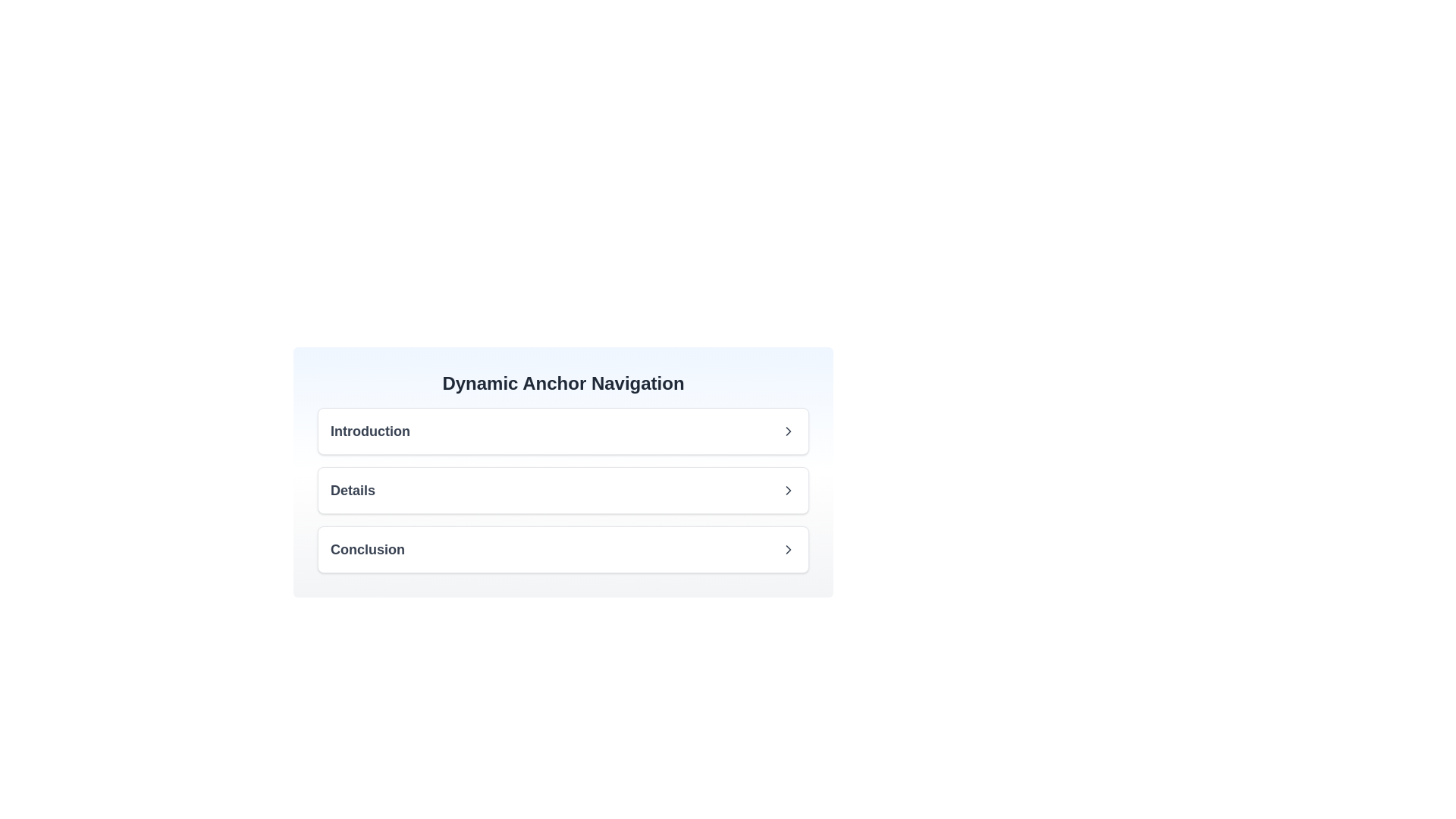 The width and height of the screenshot is (1456, 819). I want to click on the navigation icon at the far right of the 'Conclusion' section, so click(789, 550).